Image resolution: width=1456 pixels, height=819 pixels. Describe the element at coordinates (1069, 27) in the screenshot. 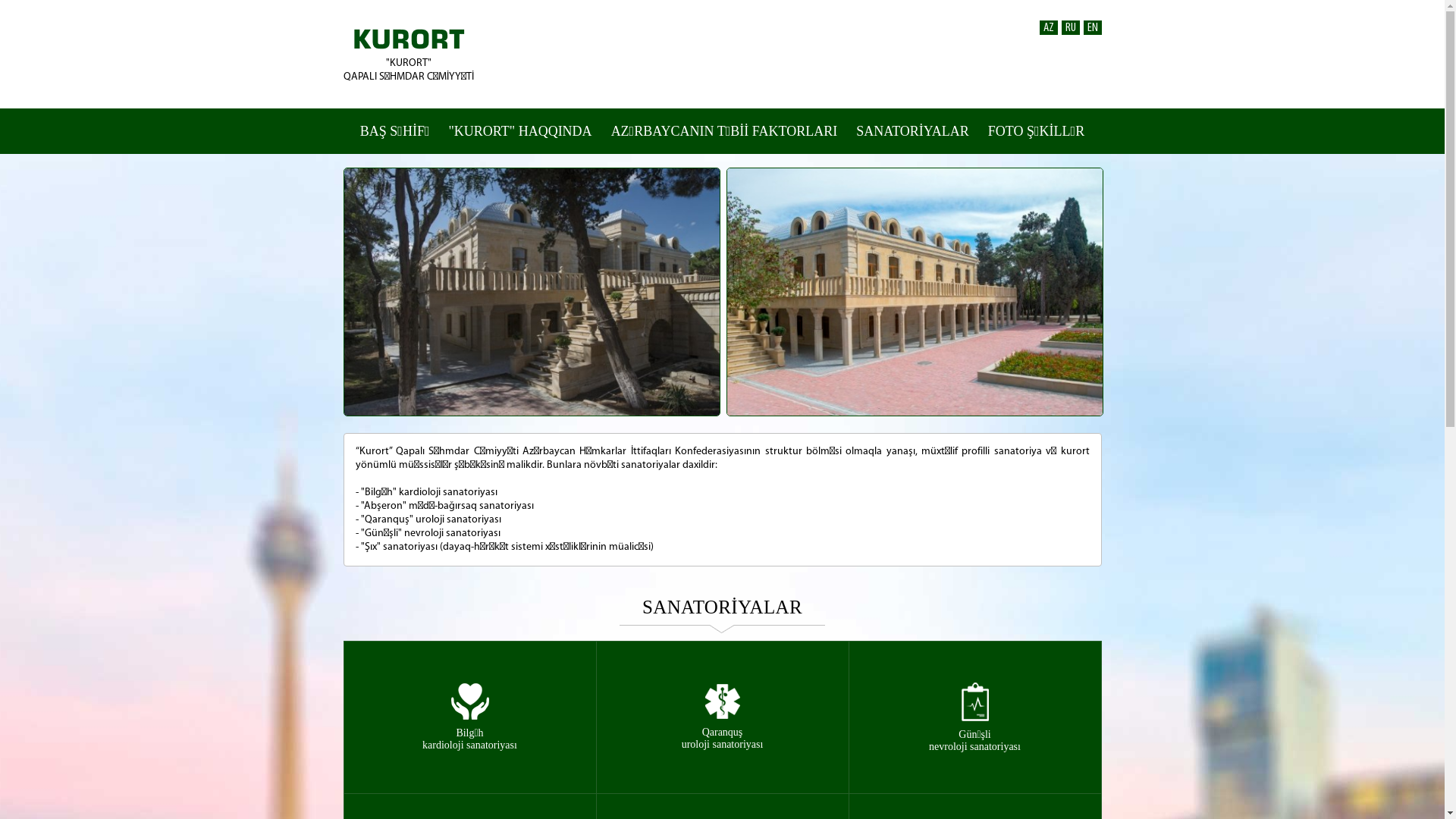

I see `'RU'` at that location.